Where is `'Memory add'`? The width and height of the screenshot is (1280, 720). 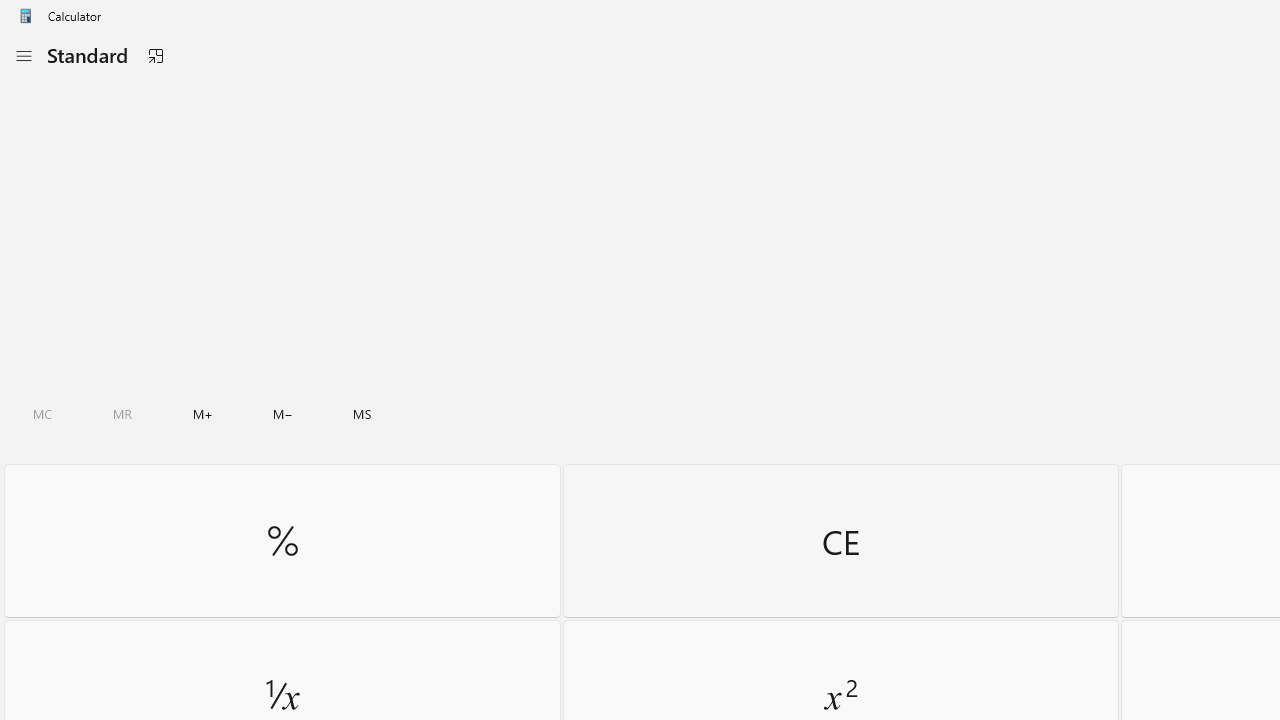
'Memory add' is located at coordinates (202, 413).